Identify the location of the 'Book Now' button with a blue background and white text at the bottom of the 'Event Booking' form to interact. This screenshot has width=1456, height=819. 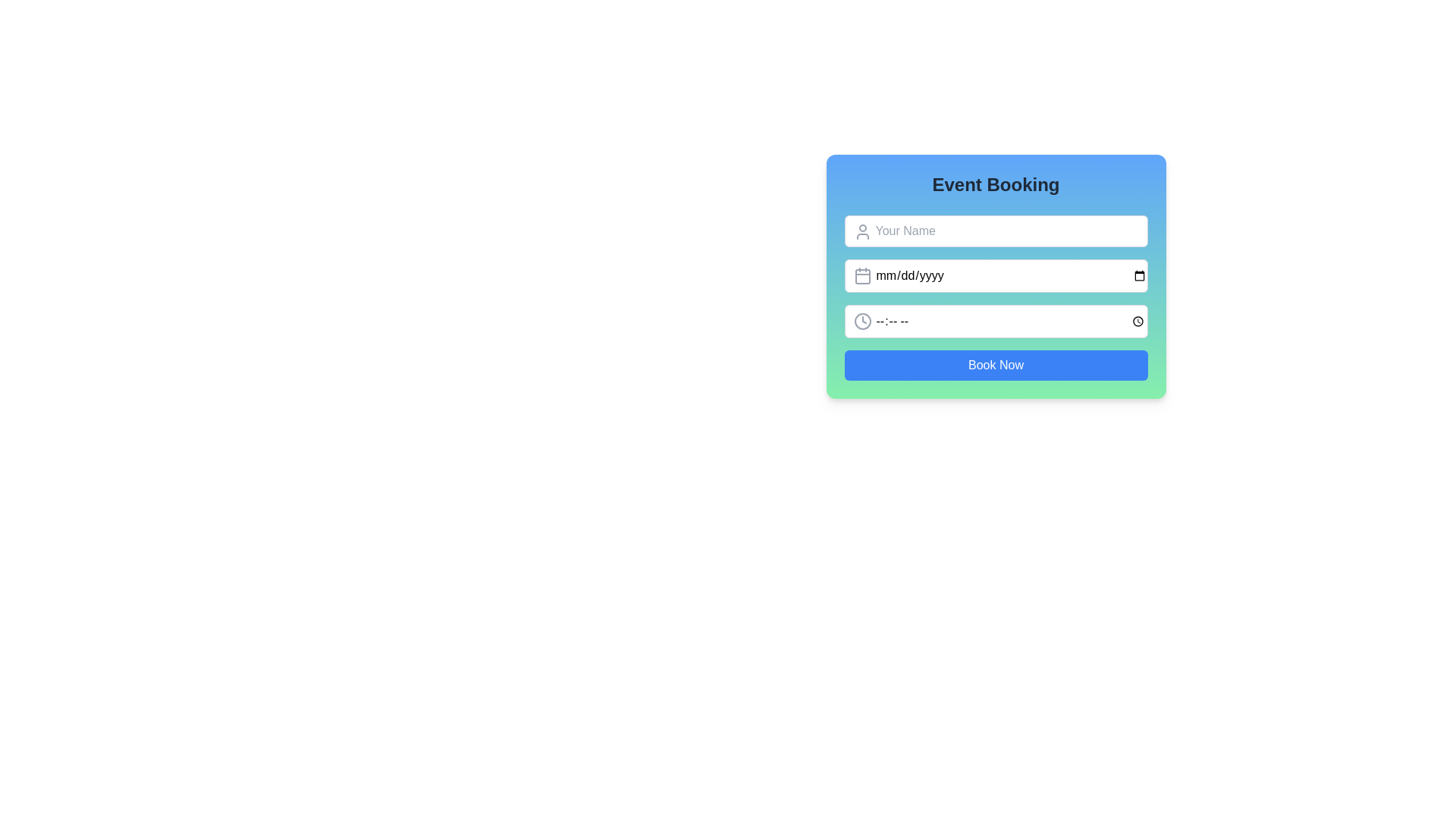
(996, 366).